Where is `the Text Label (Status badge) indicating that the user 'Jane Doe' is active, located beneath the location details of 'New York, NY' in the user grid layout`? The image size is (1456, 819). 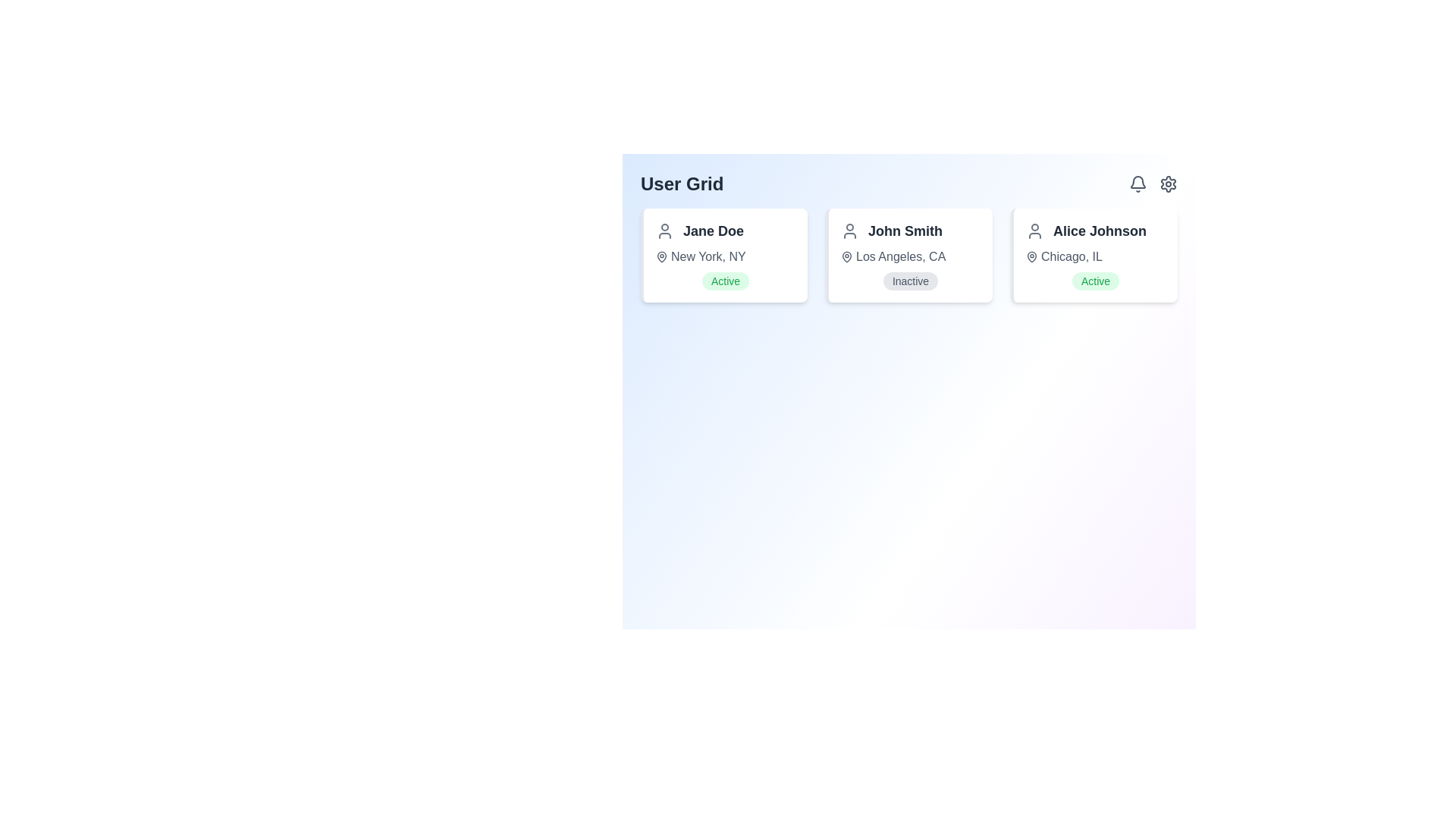
the Text Label (Status badge) indicating that the user 'Jane Doe' is active, located beneath the location details of 'New York, NY' in the user grid layout is located at coordinates (724, 281).